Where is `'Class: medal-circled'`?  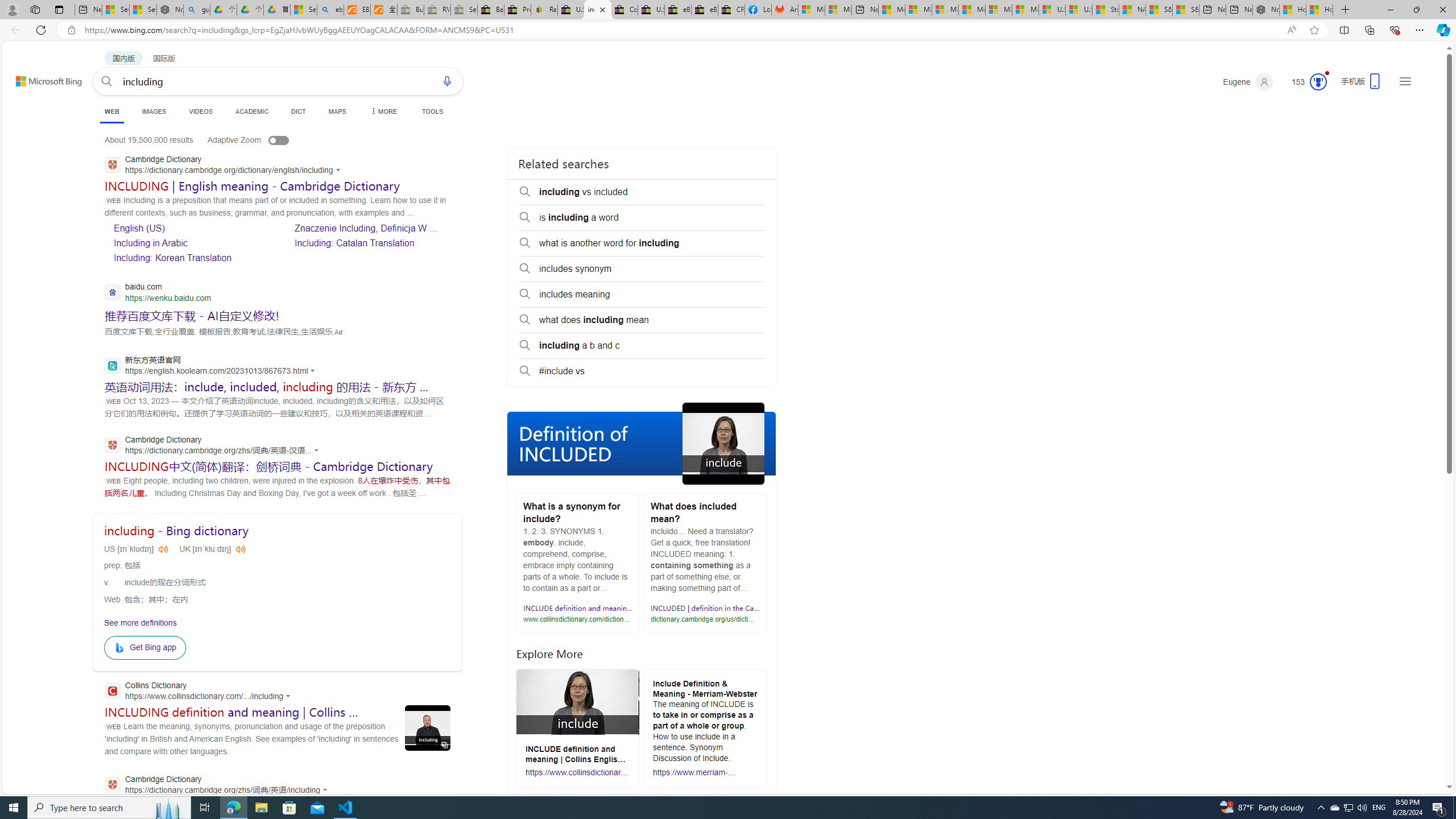 'Class: medal-circled' is located at coordinates (1318, 81).